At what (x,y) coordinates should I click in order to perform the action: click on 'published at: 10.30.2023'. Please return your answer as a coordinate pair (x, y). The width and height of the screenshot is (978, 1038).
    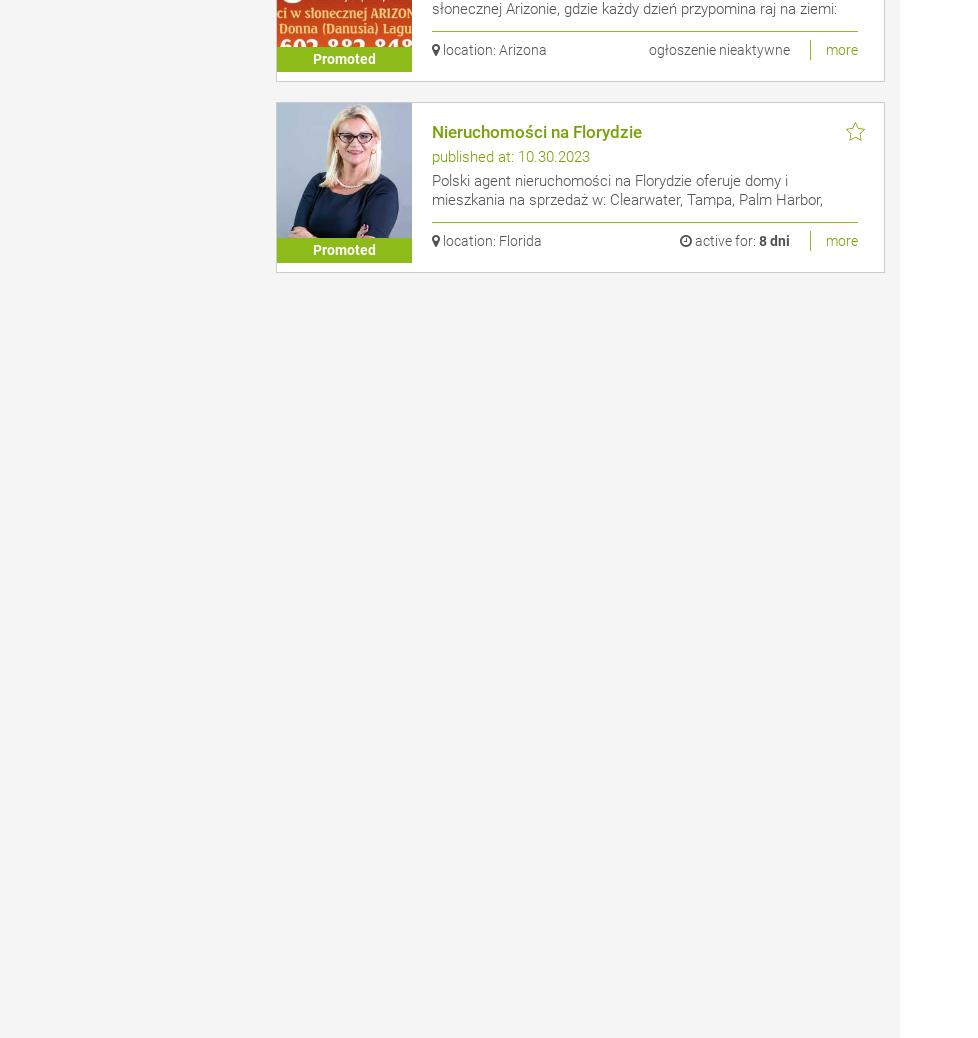
    Looking at the image, I should click on (510, 156).